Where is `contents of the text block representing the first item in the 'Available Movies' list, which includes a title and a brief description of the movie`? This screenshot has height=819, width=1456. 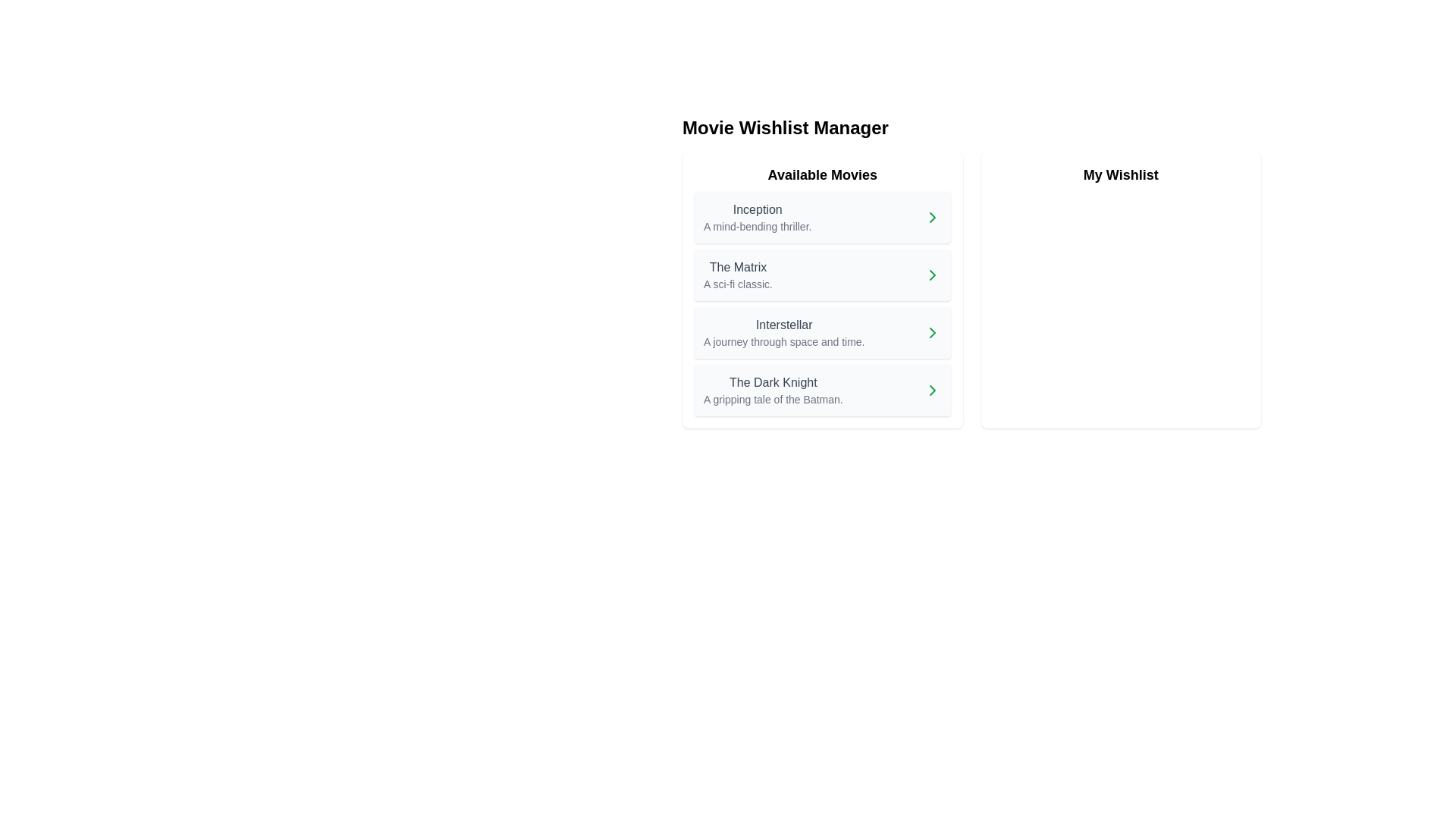 contents of the text block representing the first item in the 'Available Movies' list, which includes a title and a brief description of the movie is located at coordinates (758, 217).